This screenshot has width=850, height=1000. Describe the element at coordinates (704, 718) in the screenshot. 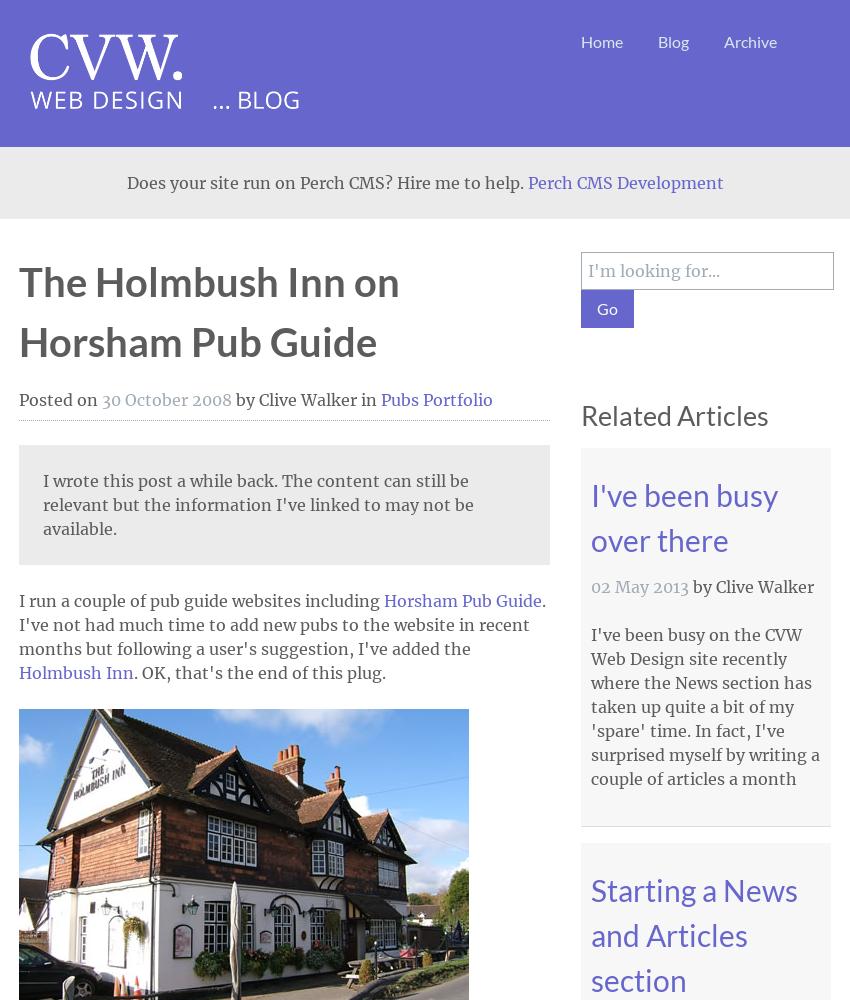

I see `'Web Design site recently where the News section has taken up quite a bit of my 'spare' time. In fact, I've surprised myself by writing a couple of articles a month'` at that location.